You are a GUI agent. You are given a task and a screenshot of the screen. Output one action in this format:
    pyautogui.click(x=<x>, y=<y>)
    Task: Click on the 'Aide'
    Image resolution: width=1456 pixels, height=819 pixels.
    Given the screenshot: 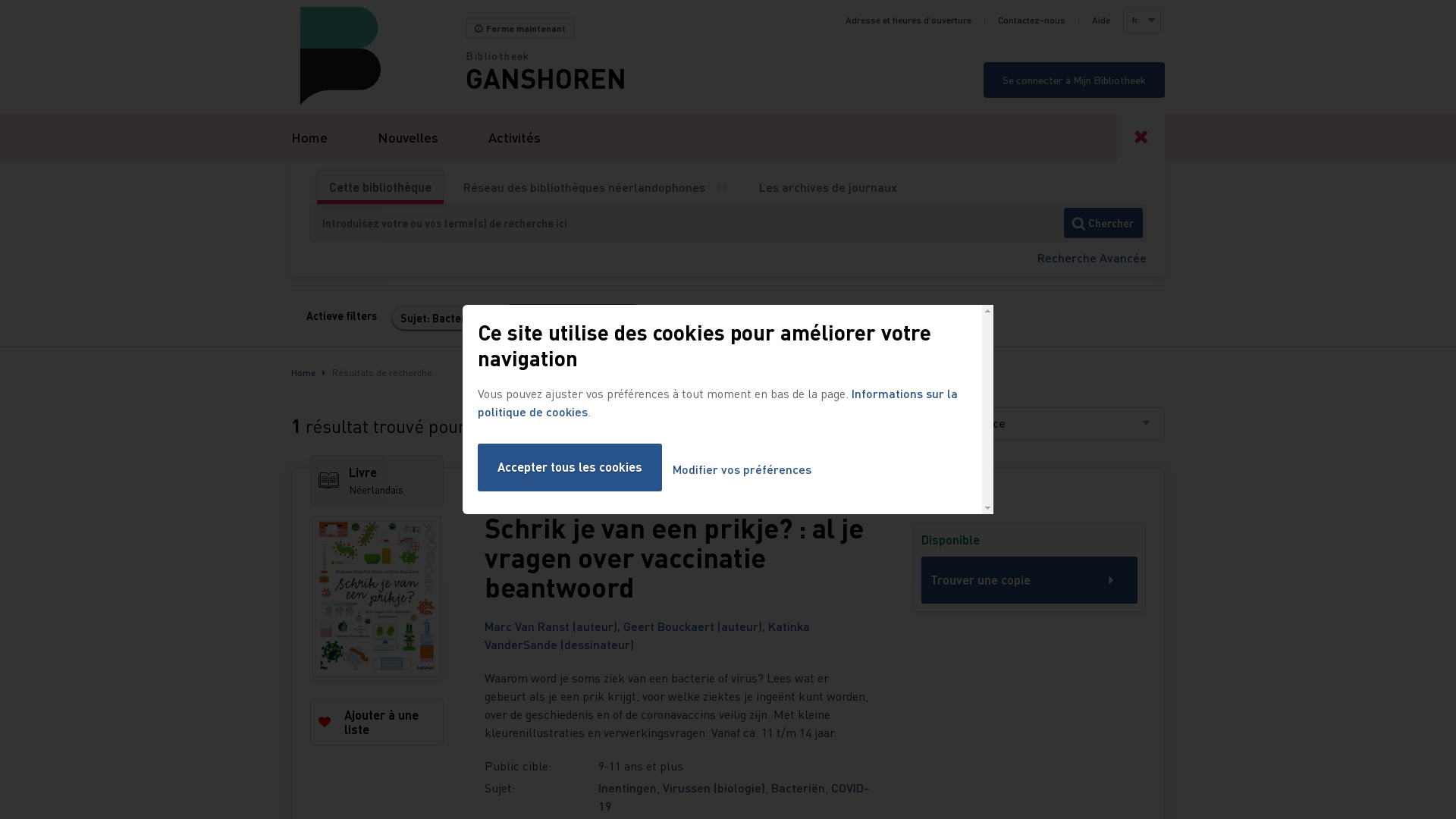 What is the action you would take?
    pyautogui.click(x=1100, y=20)
    